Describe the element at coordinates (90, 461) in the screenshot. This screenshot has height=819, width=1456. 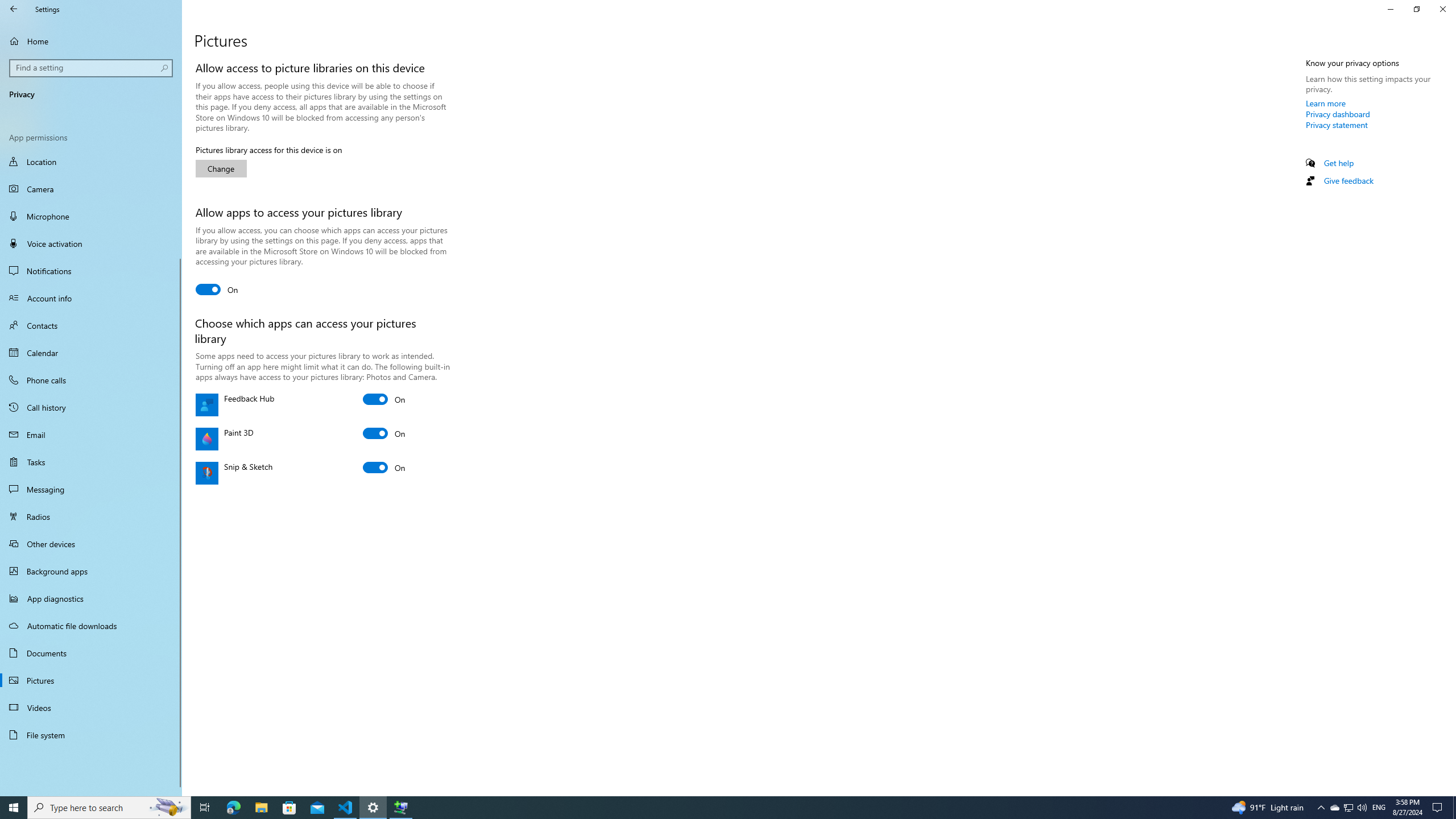
I see `'Tasks'` at that location.